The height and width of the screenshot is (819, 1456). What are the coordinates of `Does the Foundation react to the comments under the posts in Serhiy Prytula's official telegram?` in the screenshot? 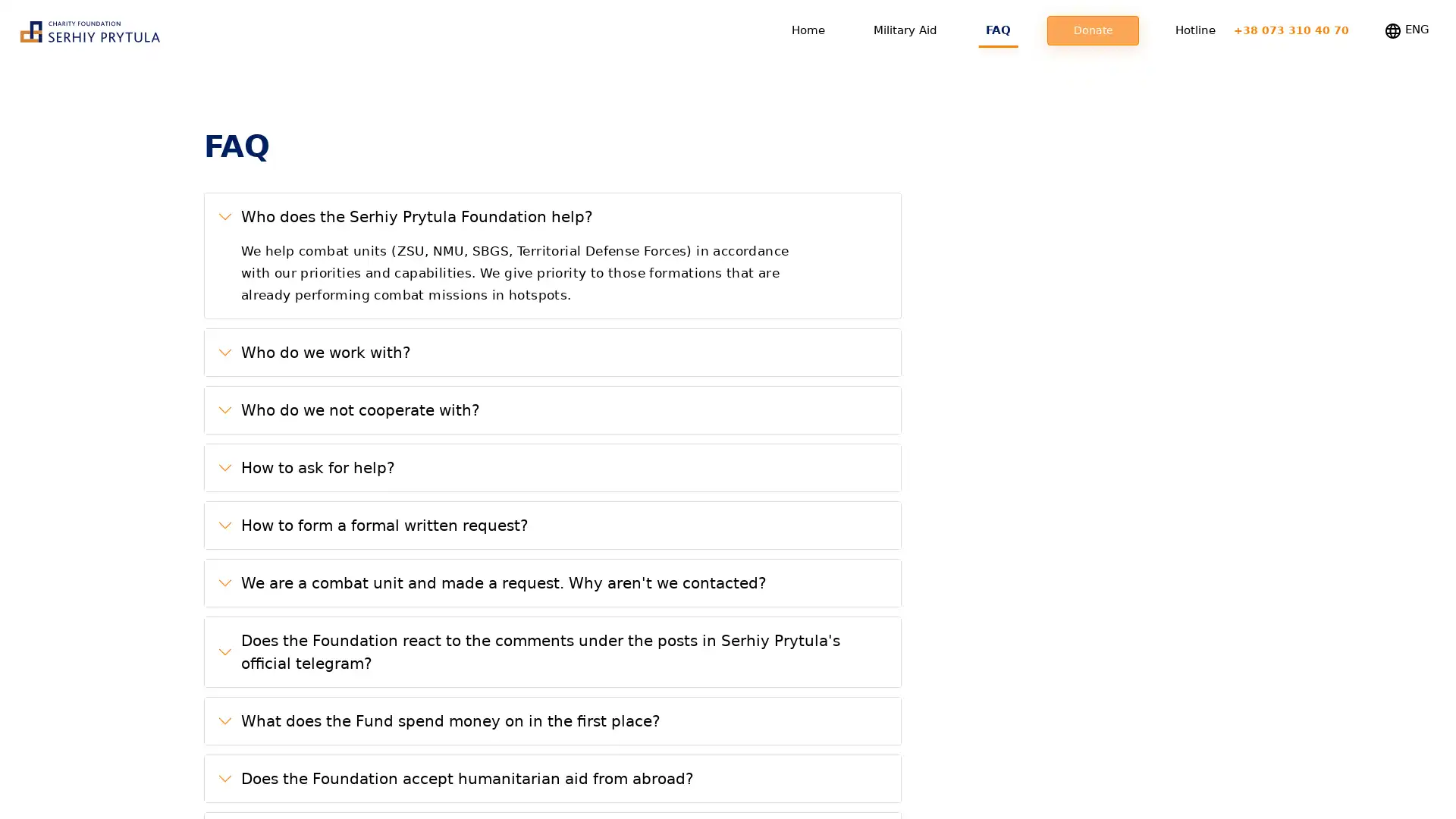 It's located at (551, 651).